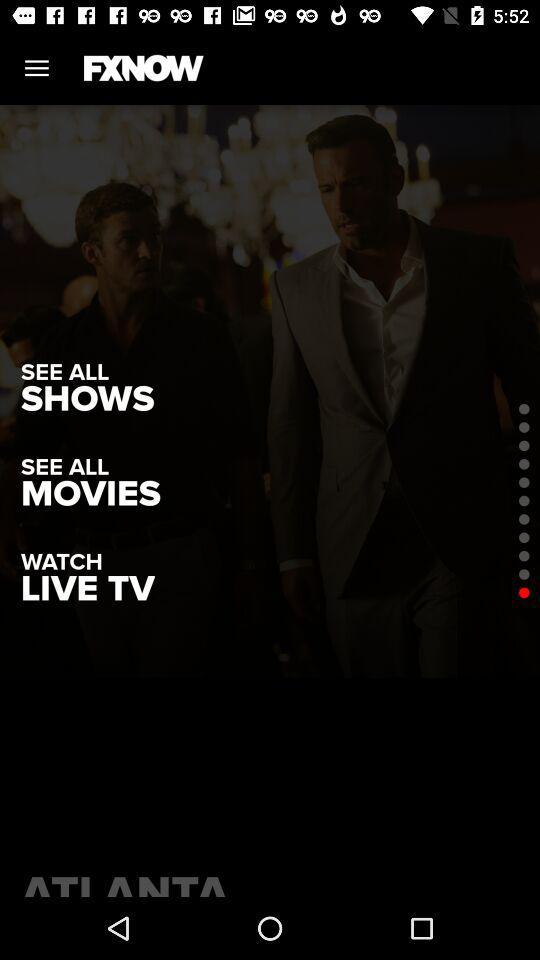 Image resolution: width=540 pixels, height=960 pixels. What do you see at coordinates (89, 493) in the screenshot?
I see `item above the watch icon` at bounding box center [89, 493].